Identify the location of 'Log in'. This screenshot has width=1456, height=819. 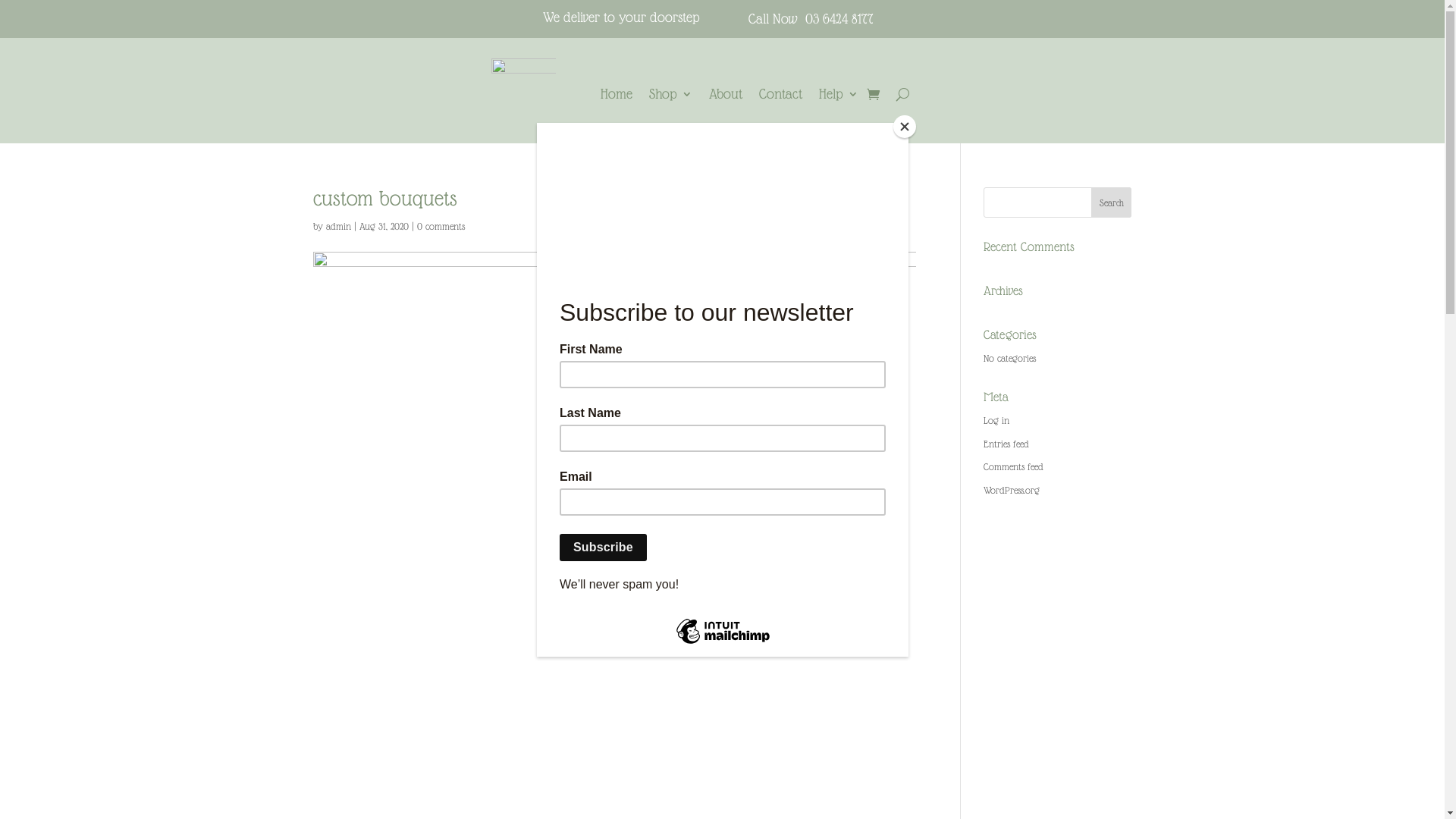
(996, 420).